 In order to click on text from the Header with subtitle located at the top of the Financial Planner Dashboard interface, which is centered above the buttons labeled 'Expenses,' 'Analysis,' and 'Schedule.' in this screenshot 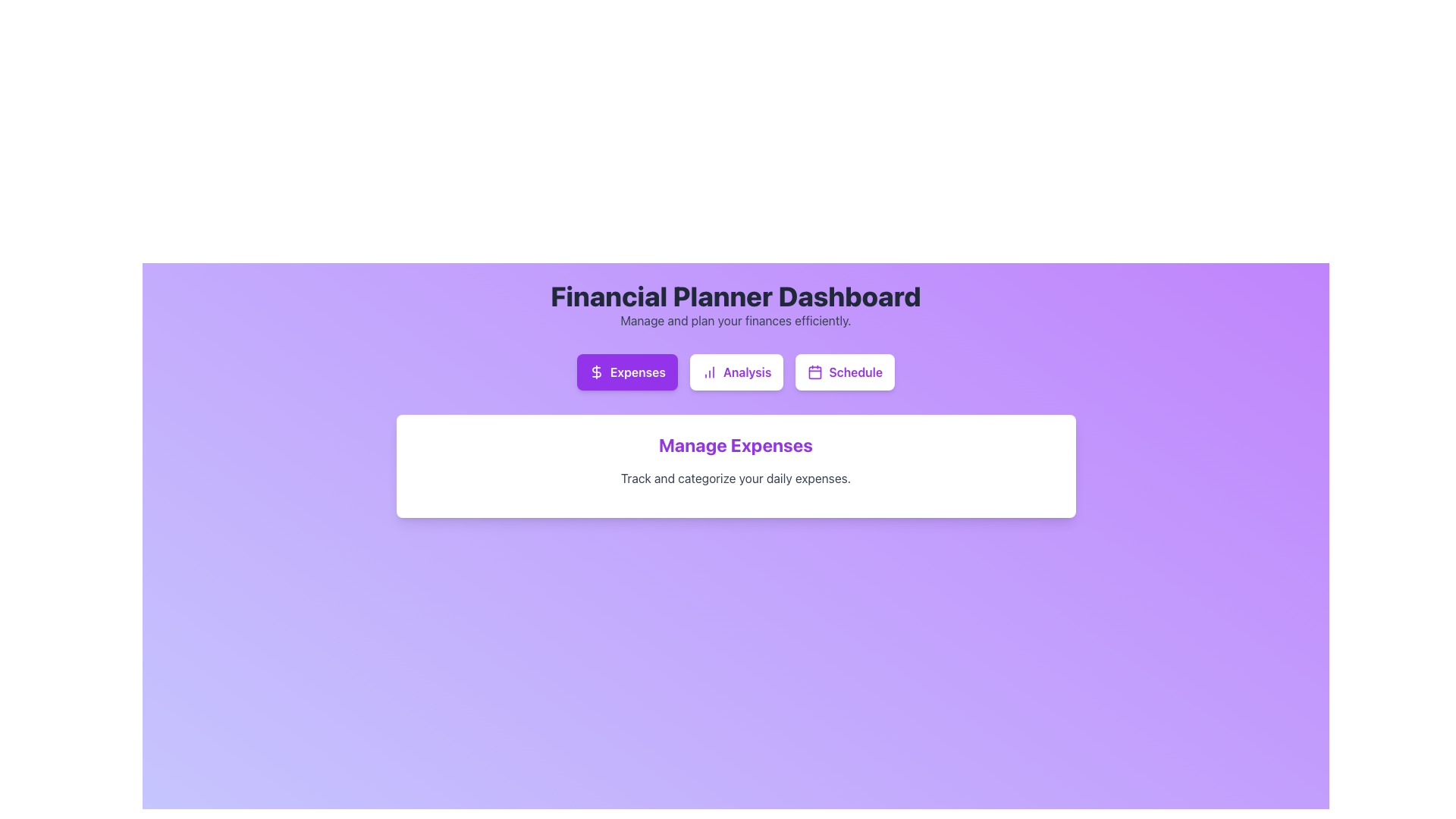, I will do `click(736, 305)`.